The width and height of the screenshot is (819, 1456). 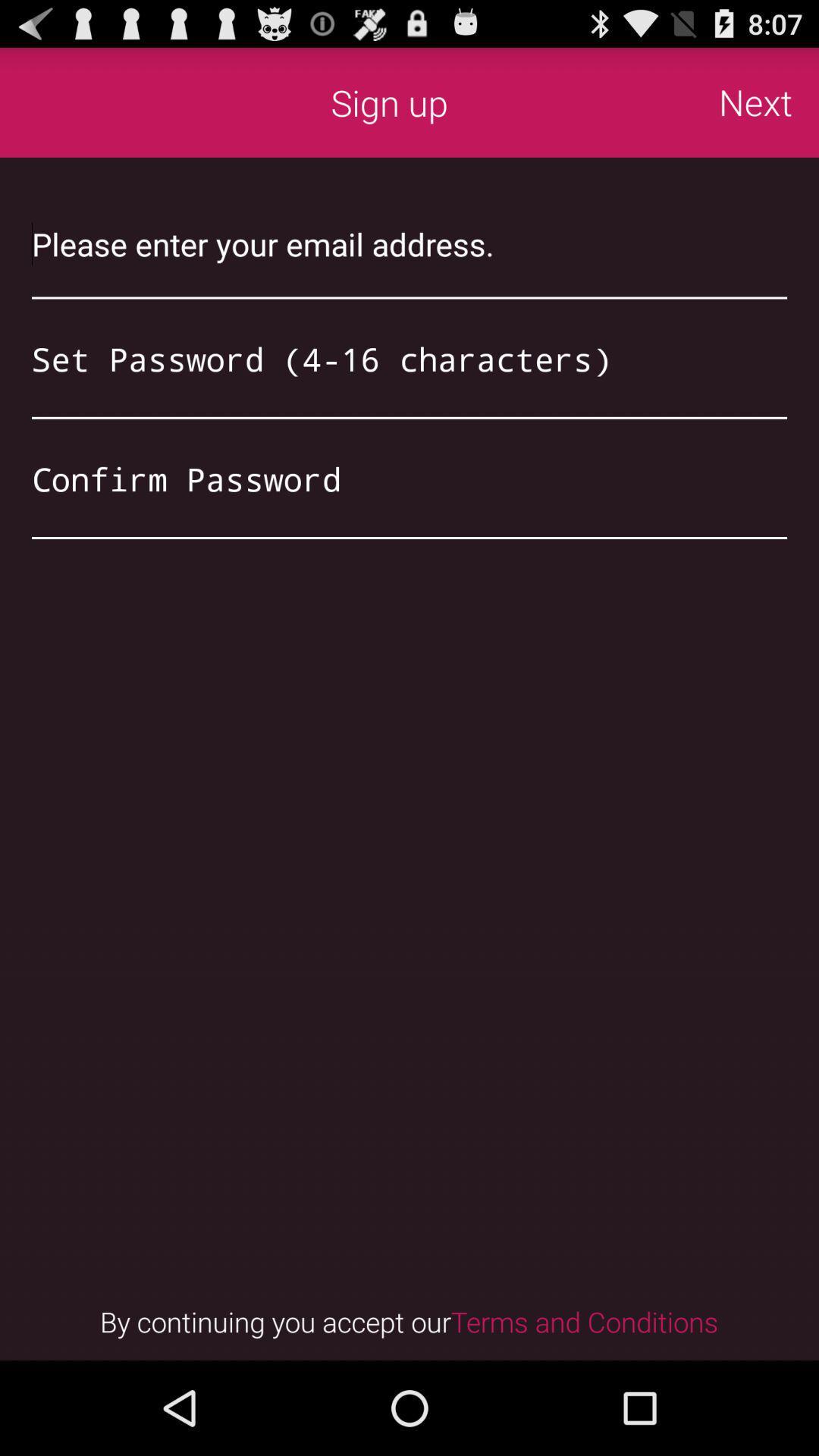 What do you see at coordinates (409, 358) in the screenshot?
I see `a new password` at bounding box center [409, 358].